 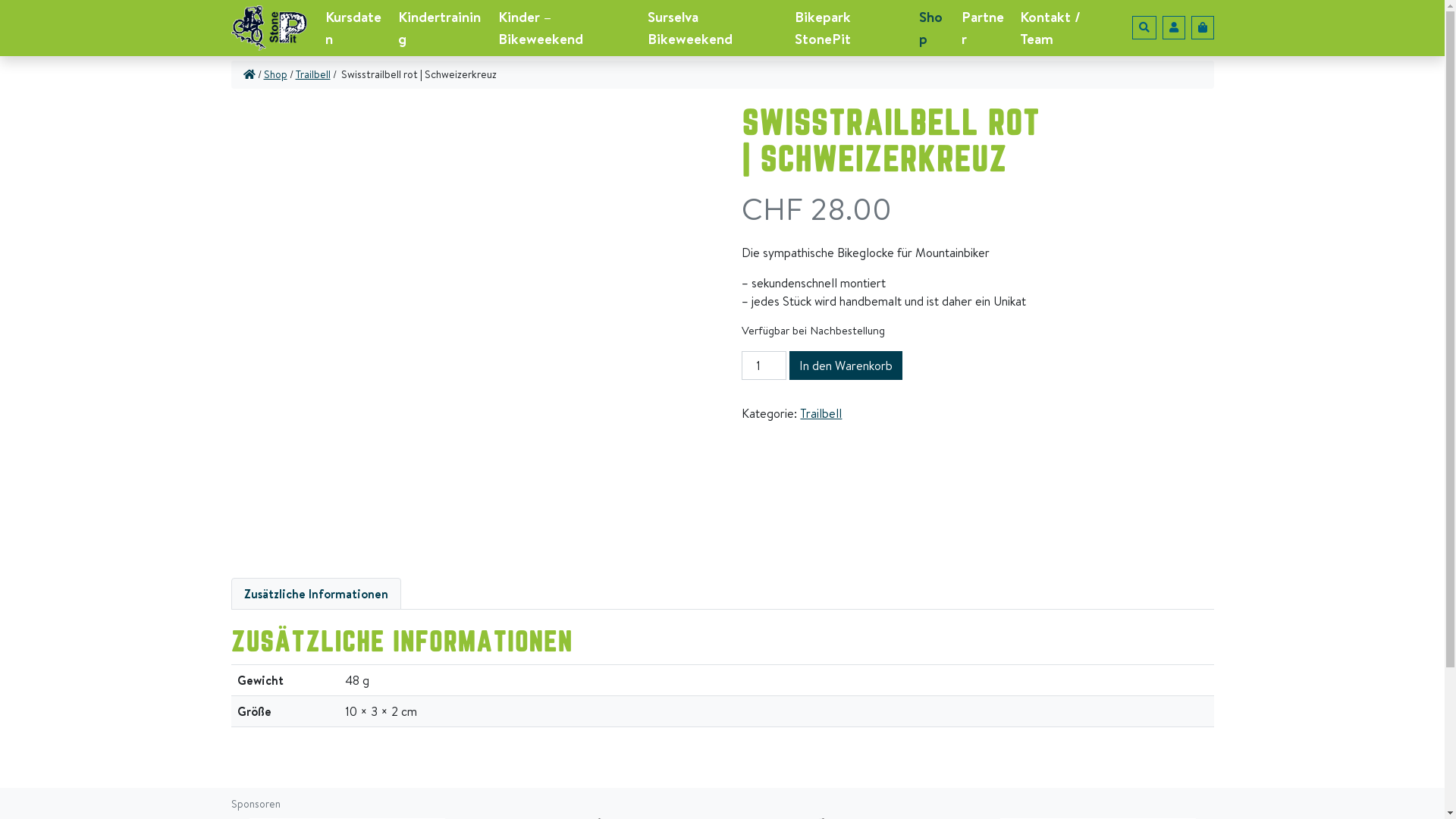 What do you see at coordinates (764, 366) in the screenshot?
I see `'Qty'` at bounding box center [764, 366].